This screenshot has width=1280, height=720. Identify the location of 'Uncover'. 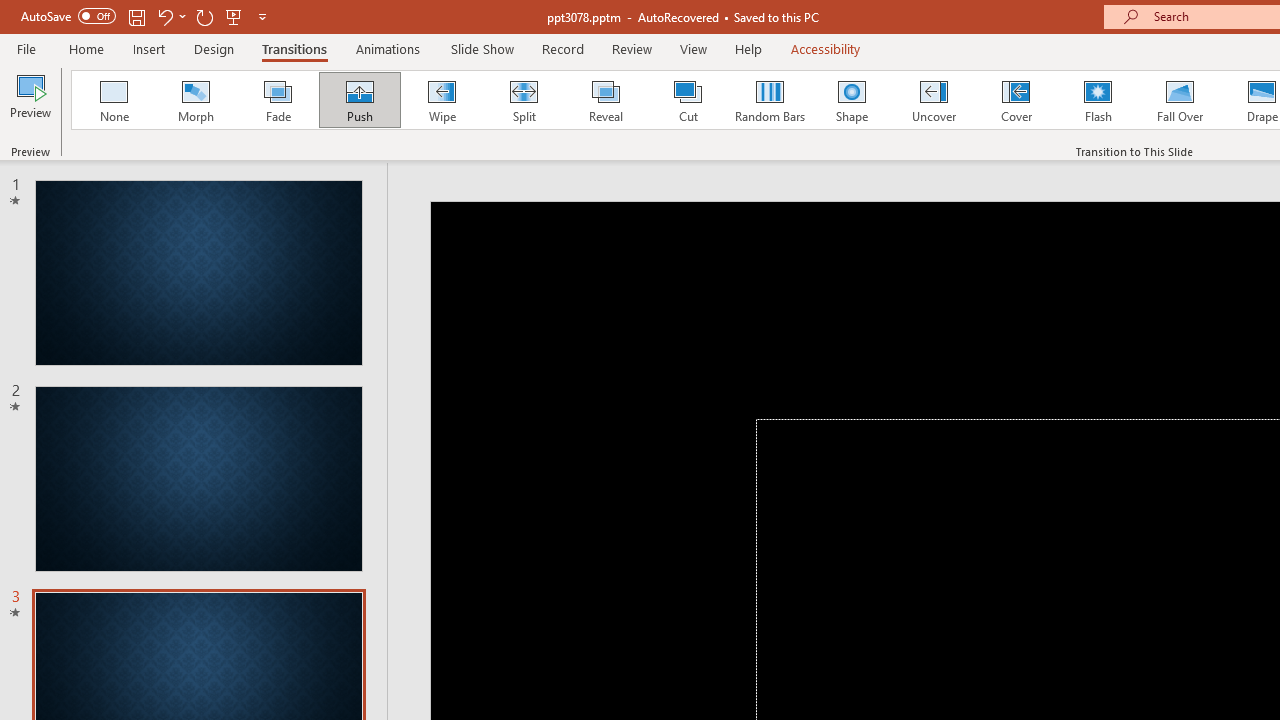
(933, 100).